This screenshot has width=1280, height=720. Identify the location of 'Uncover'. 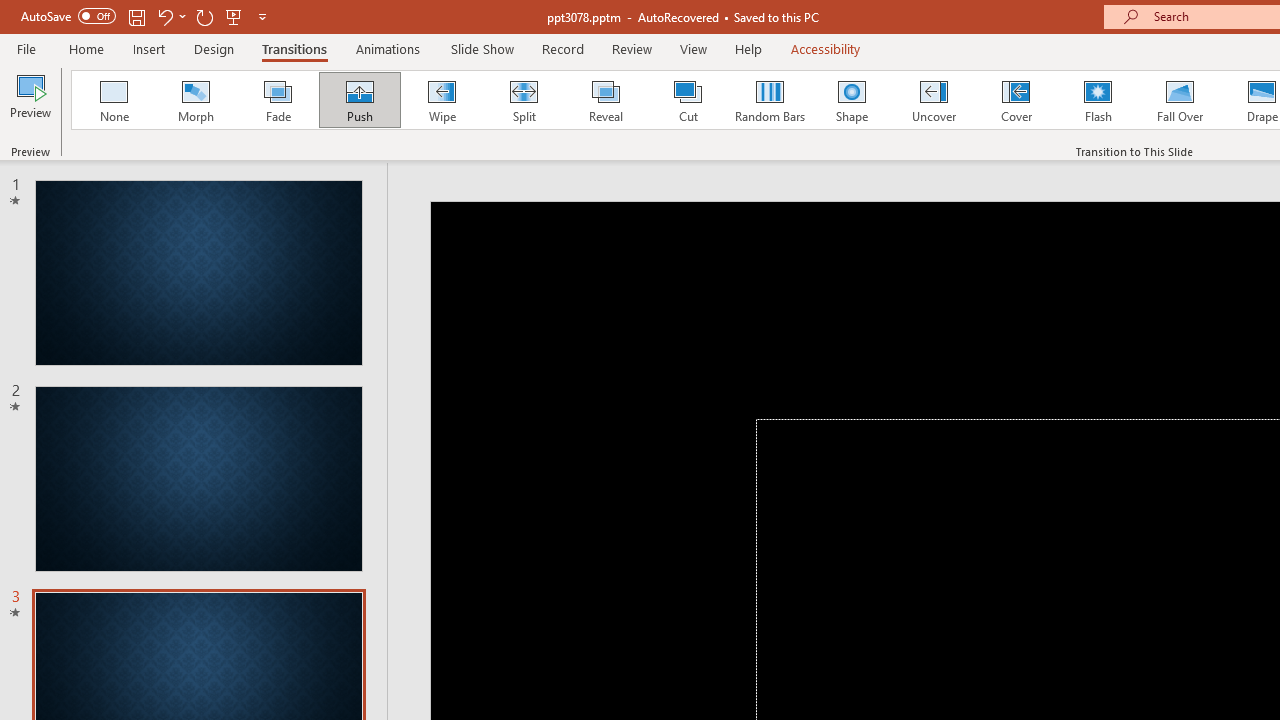
(933, 100).